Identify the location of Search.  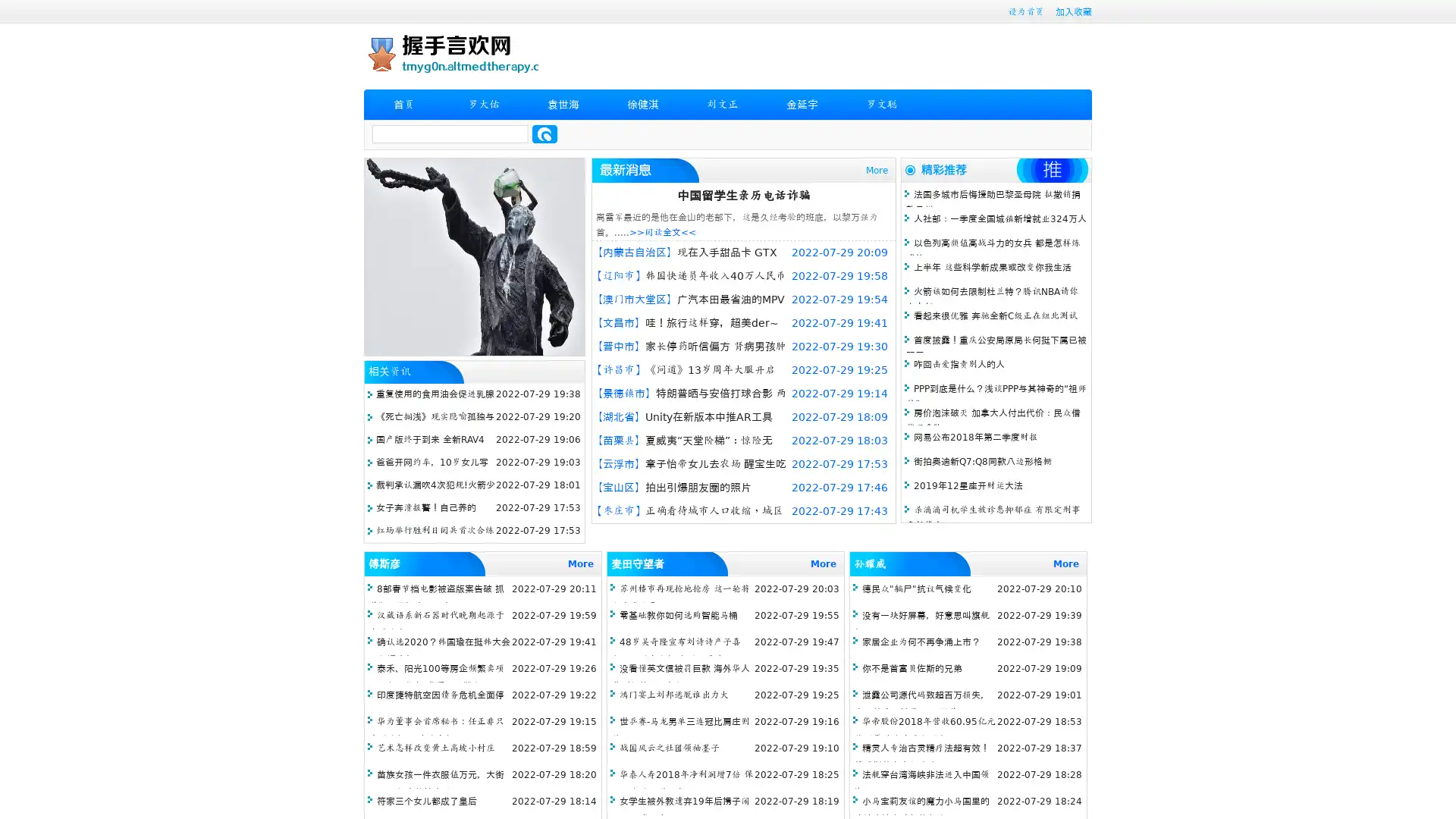
(544, 133).